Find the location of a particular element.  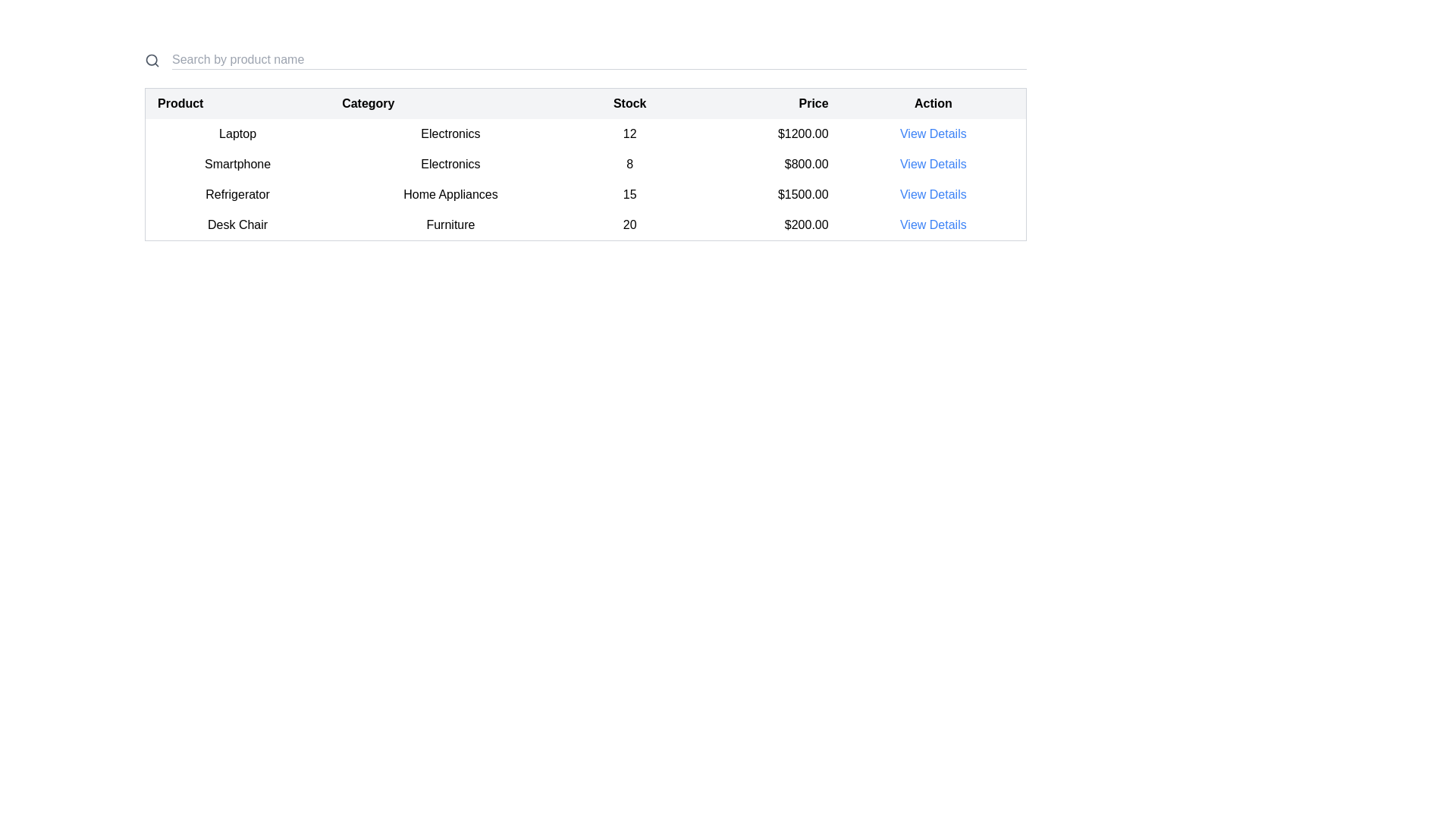

the 'View Details' hyperlink in the last row of the table under the 'Action' column is located at coordinates (933, 225).